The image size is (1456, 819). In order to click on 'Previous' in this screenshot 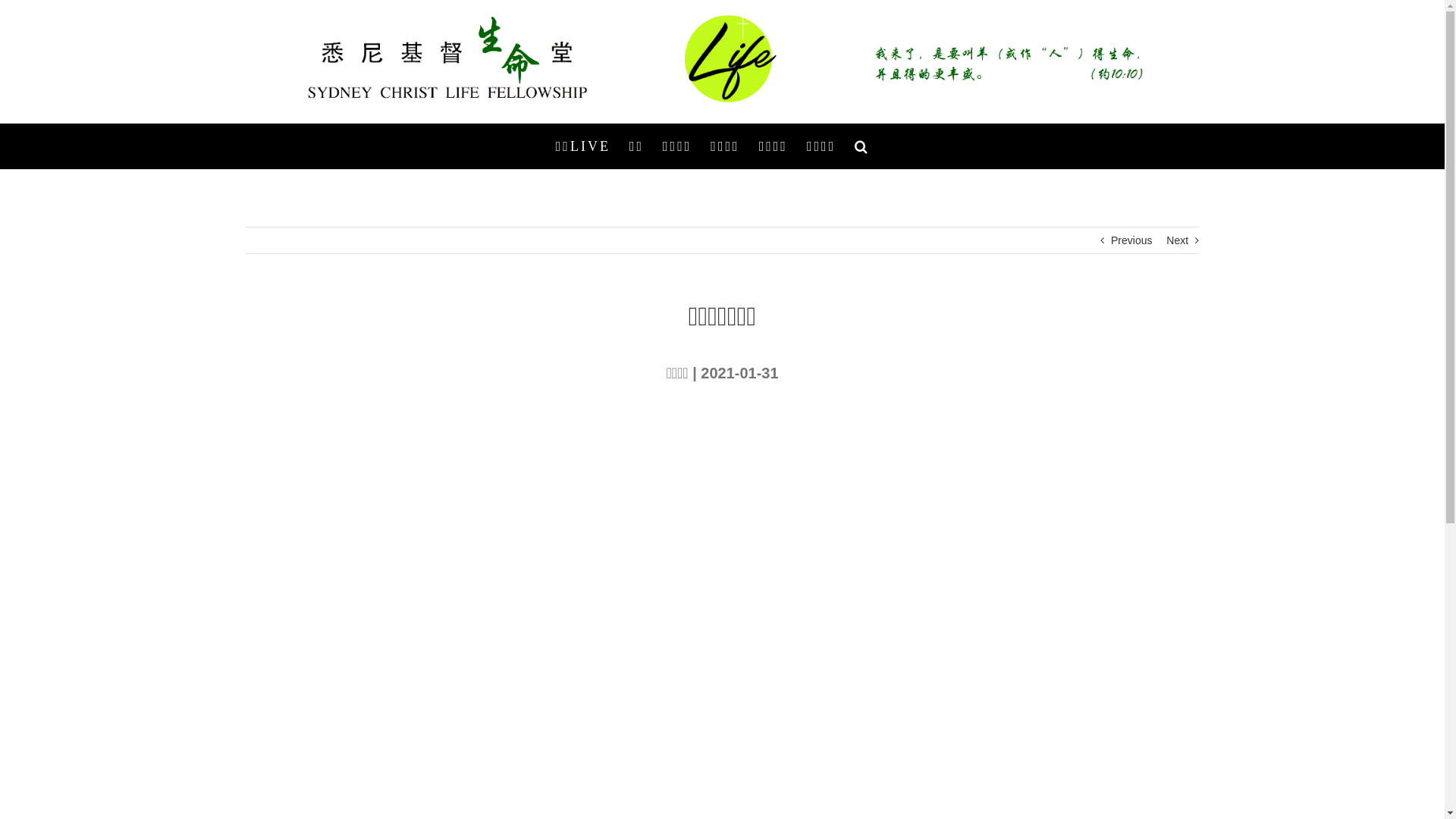, I will do `click(1110, 239)`.